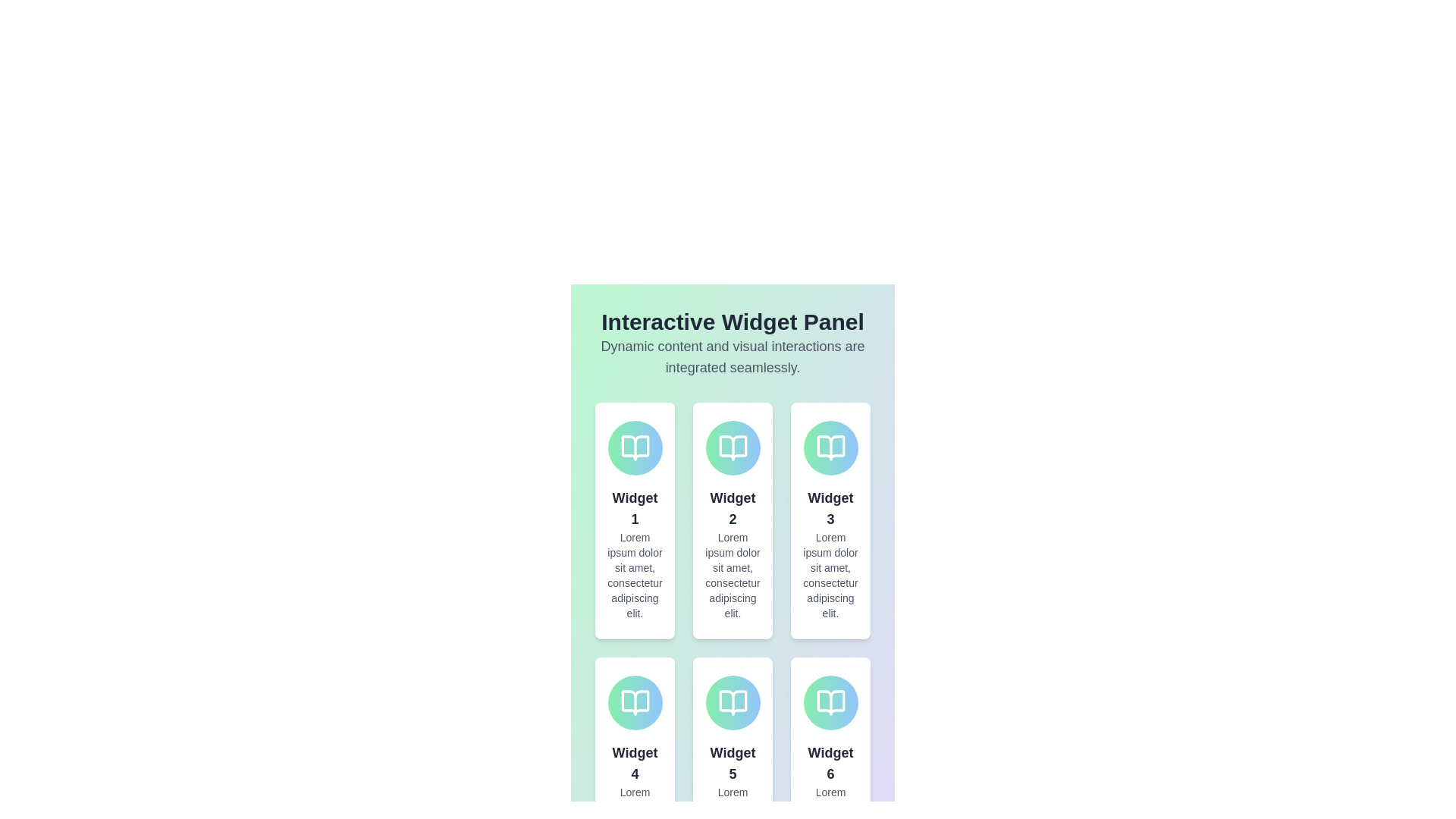 This screenshot has height=819, width=1456. Describe the element at coordinates (733, 356) in the screenshot. I see `the Text label that contains the message 'Dynamic content and visual interactions are integrated seamlessly', which is positioned directly below the heading 'Interactive Widget Panel'` at that location.